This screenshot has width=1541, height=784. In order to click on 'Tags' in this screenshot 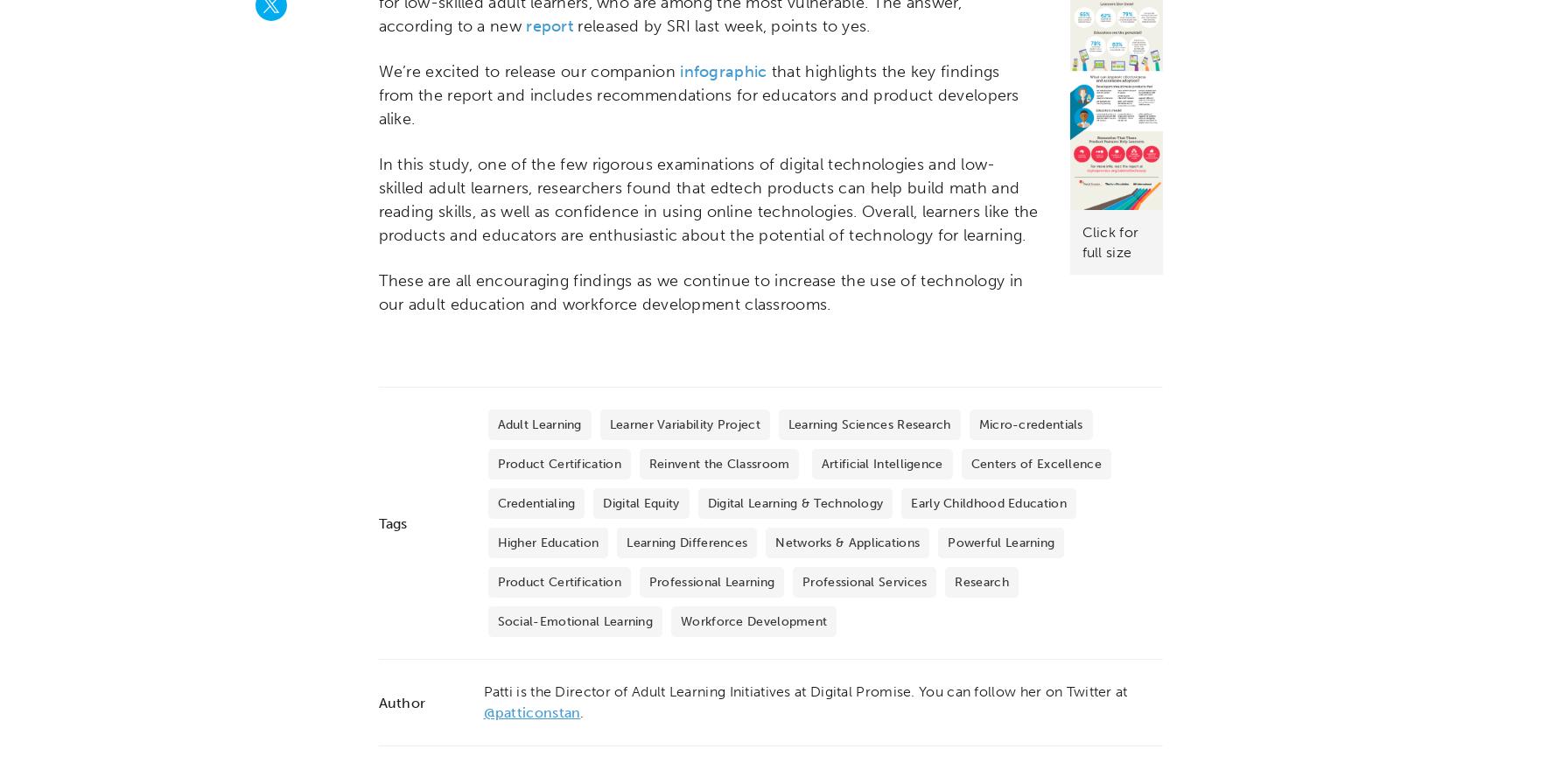, I will do `click(376, 522)`.